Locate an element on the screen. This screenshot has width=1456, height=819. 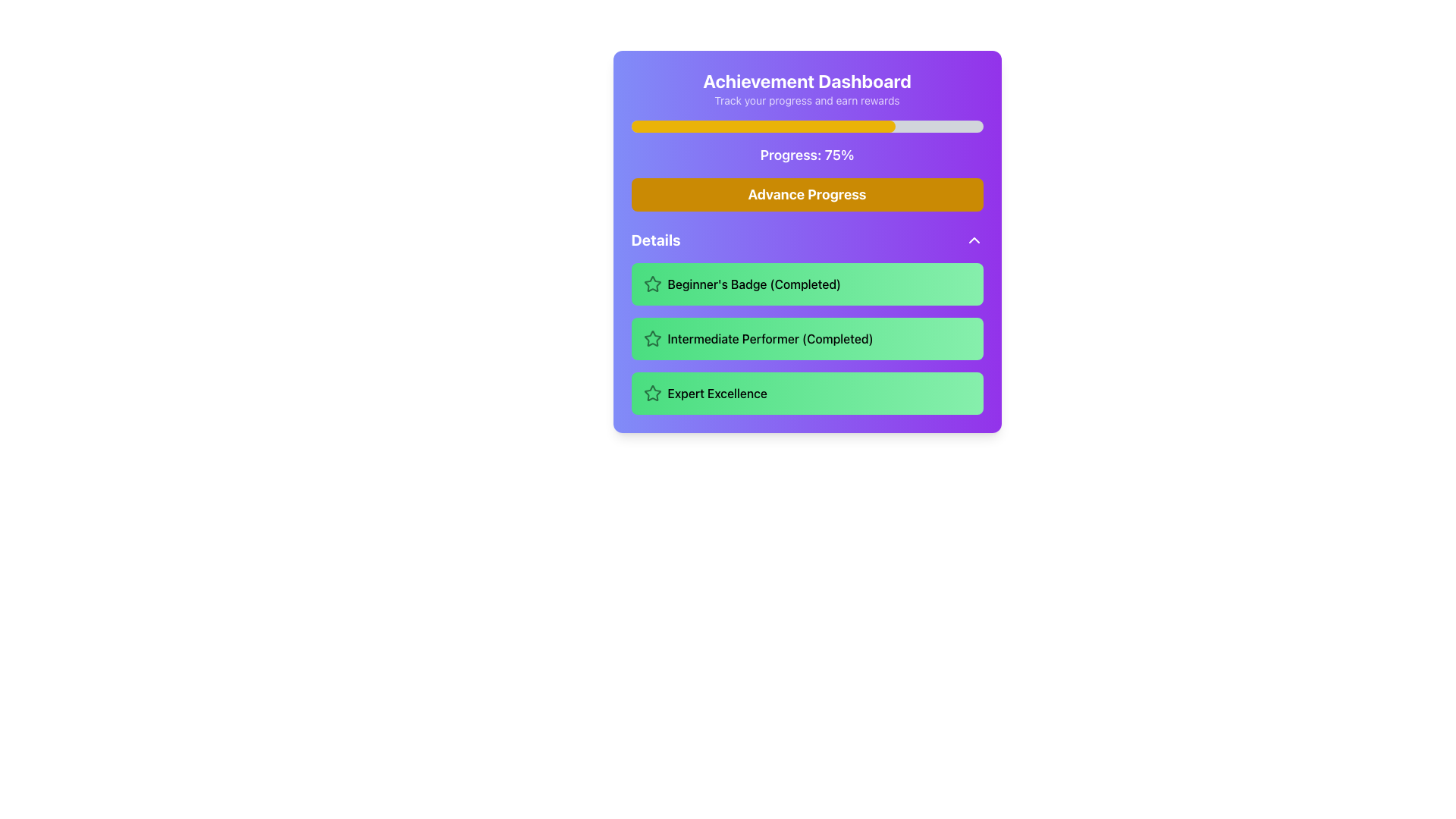
the List of labeled content blocks displaying the user's achievements is located at coordinates (806, 338).